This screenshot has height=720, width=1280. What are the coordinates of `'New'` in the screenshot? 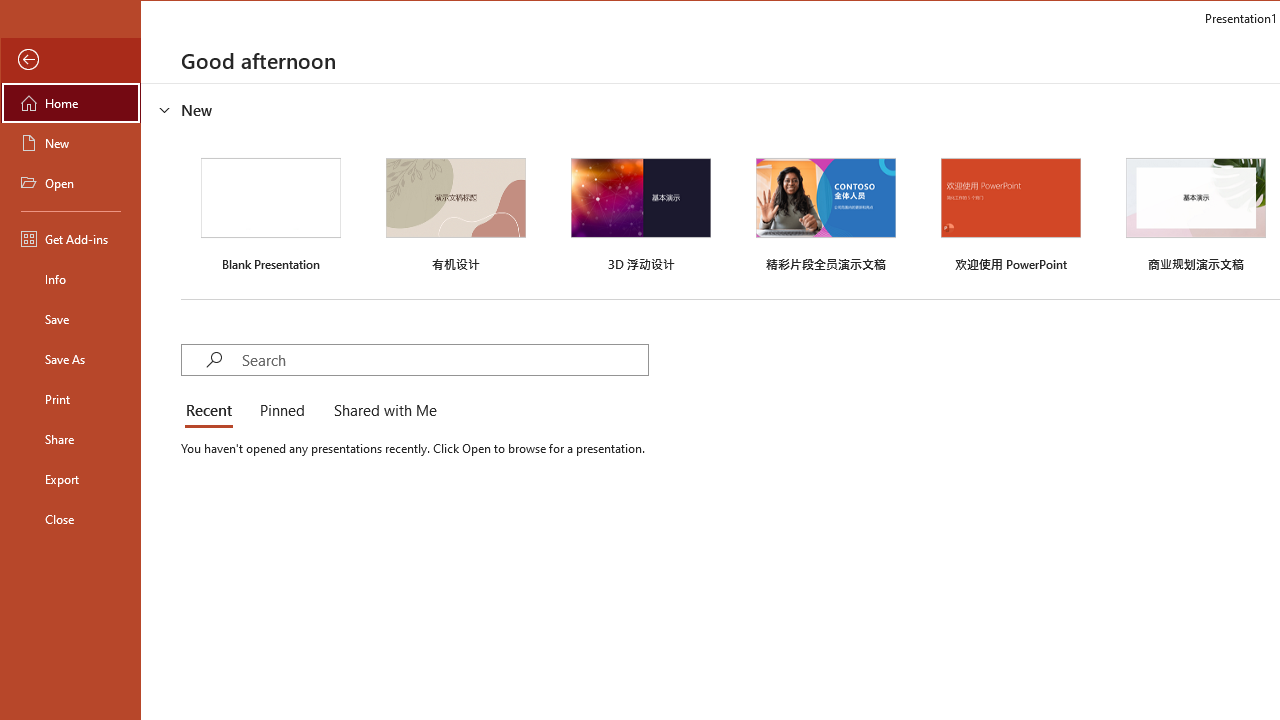 It's located at (71, 141).